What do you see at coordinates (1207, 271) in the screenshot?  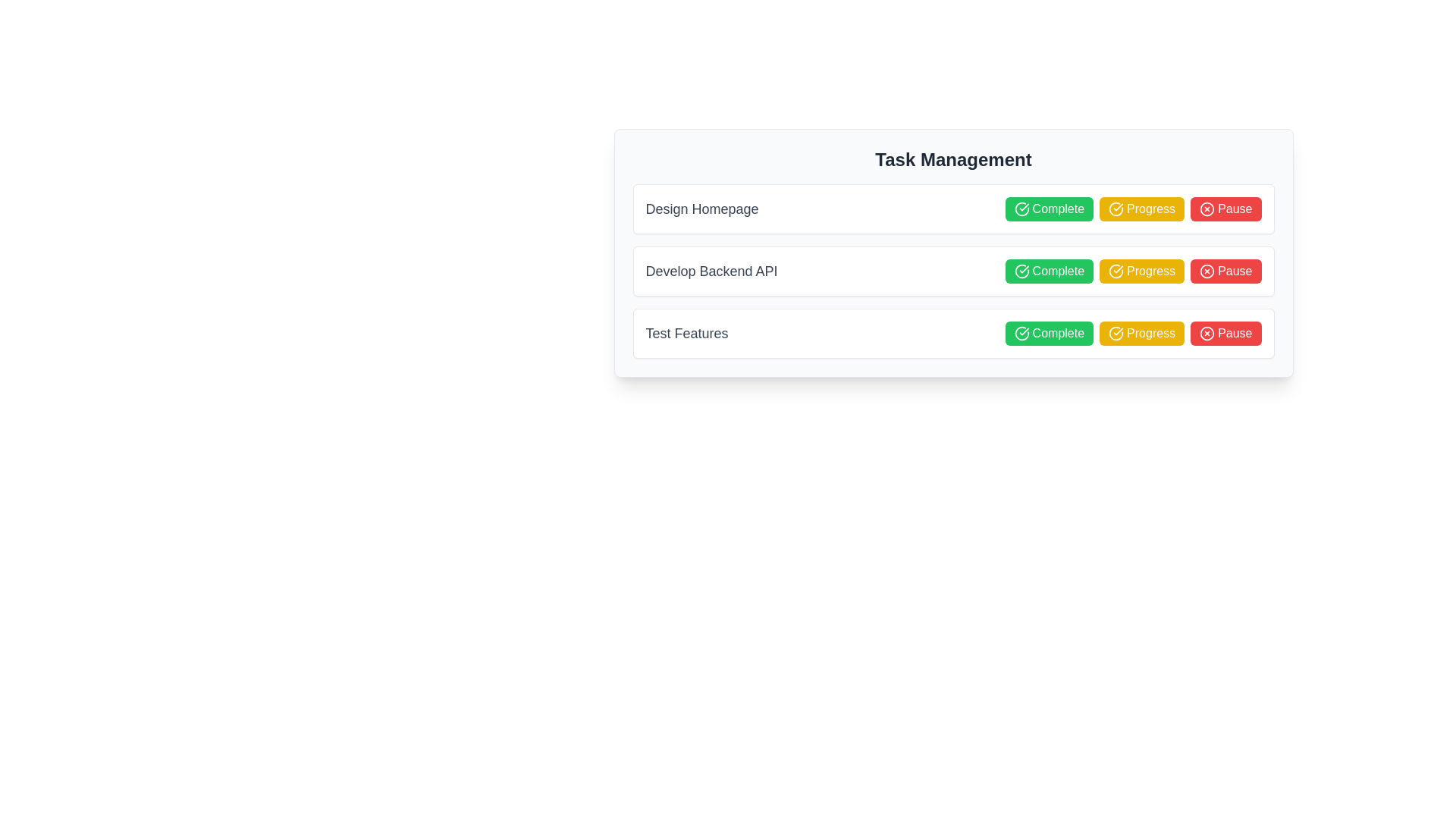 I see `the red circular icon with a white 'X' symbol inside, located within the 'Pause' button in the bottom task row of the 'Test Features' section` at bounding box center [1207, 271].